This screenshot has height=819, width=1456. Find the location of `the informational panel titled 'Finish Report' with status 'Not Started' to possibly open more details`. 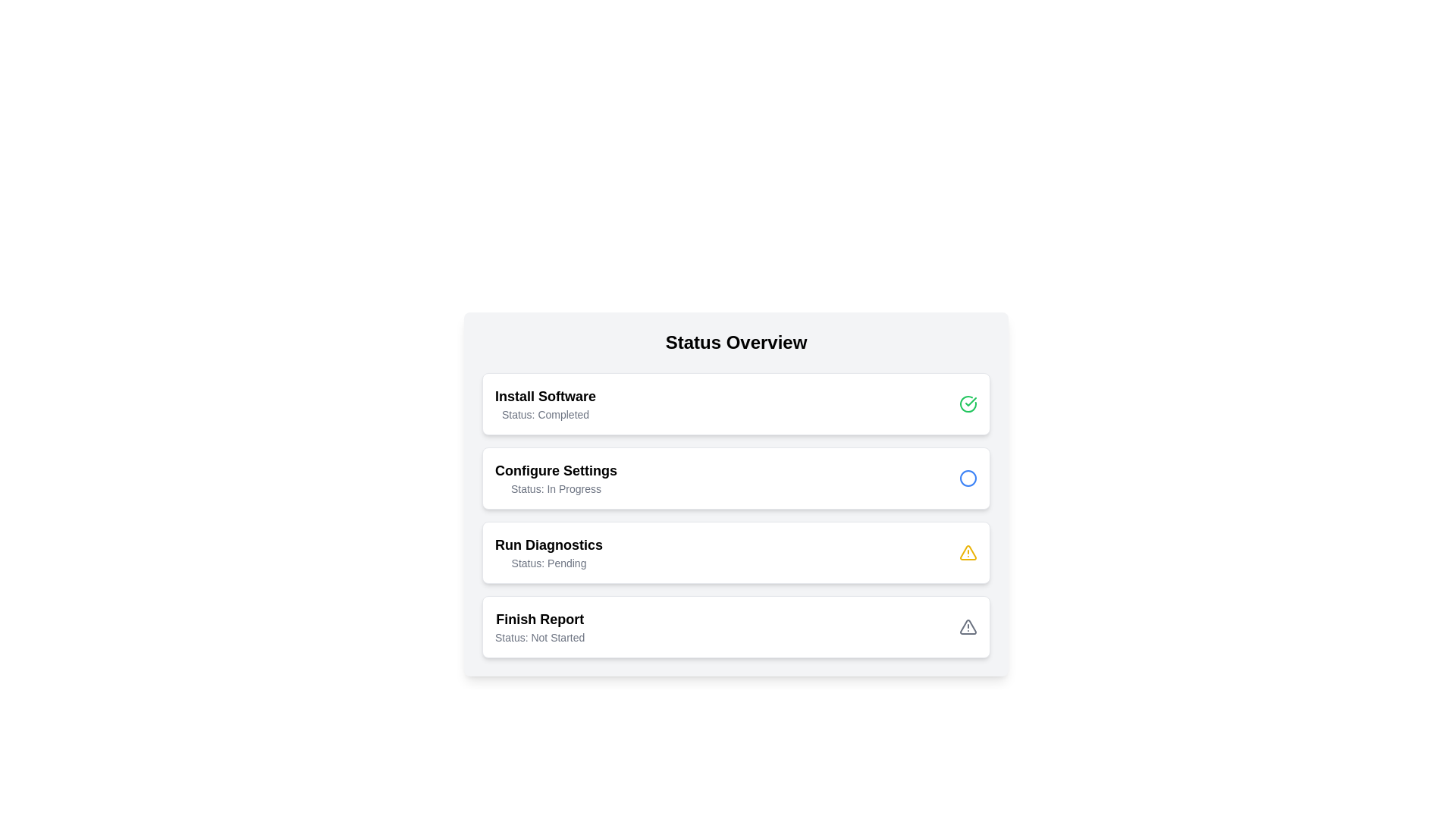

the informational panel titled 'Finish Report' with status 'Not Started' to possibly open more details is located at coordinates (736, 626).